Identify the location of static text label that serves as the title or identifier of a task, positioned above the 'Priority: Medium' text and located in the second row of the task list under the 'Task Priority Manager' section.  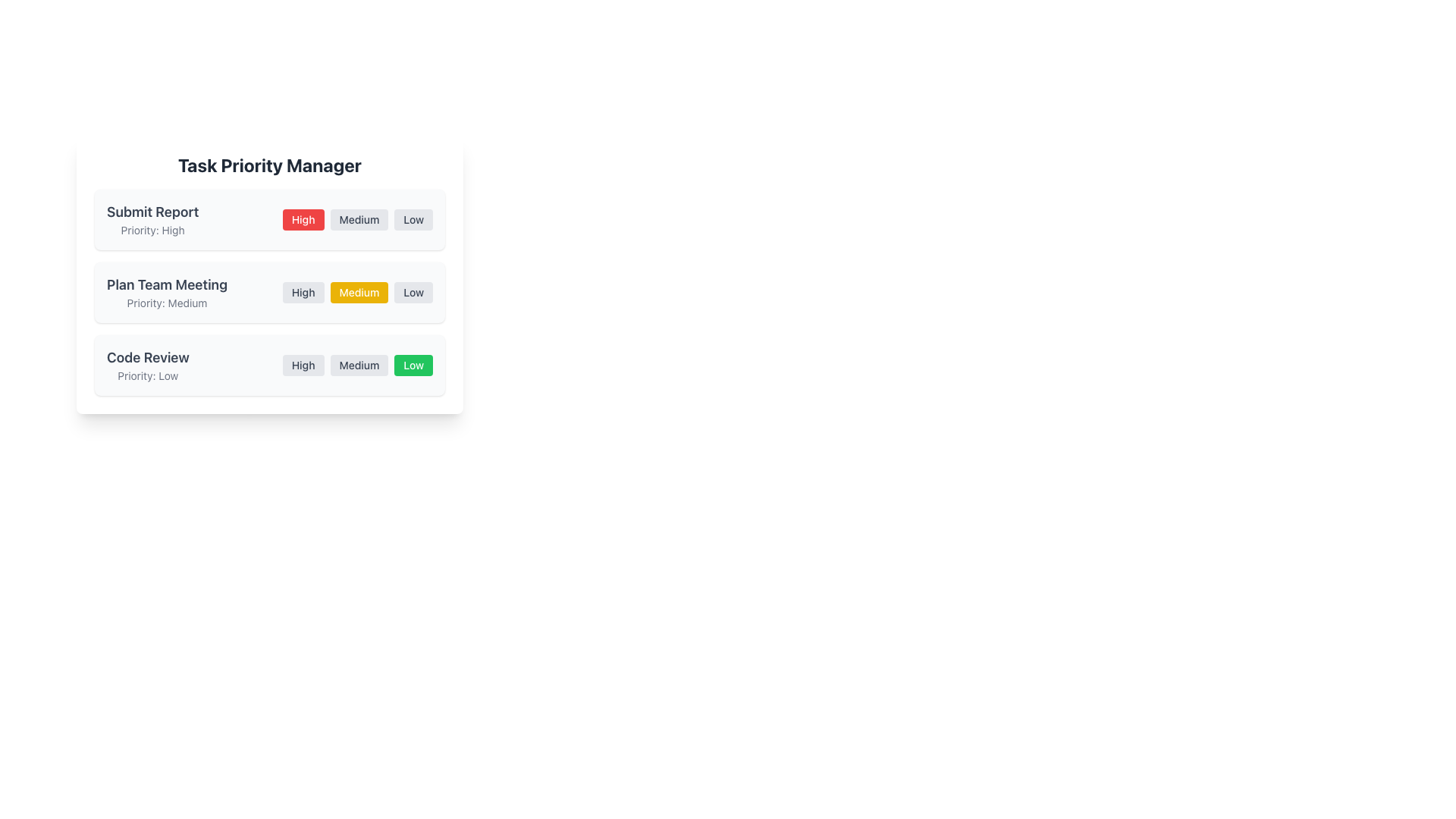
(167, 284).